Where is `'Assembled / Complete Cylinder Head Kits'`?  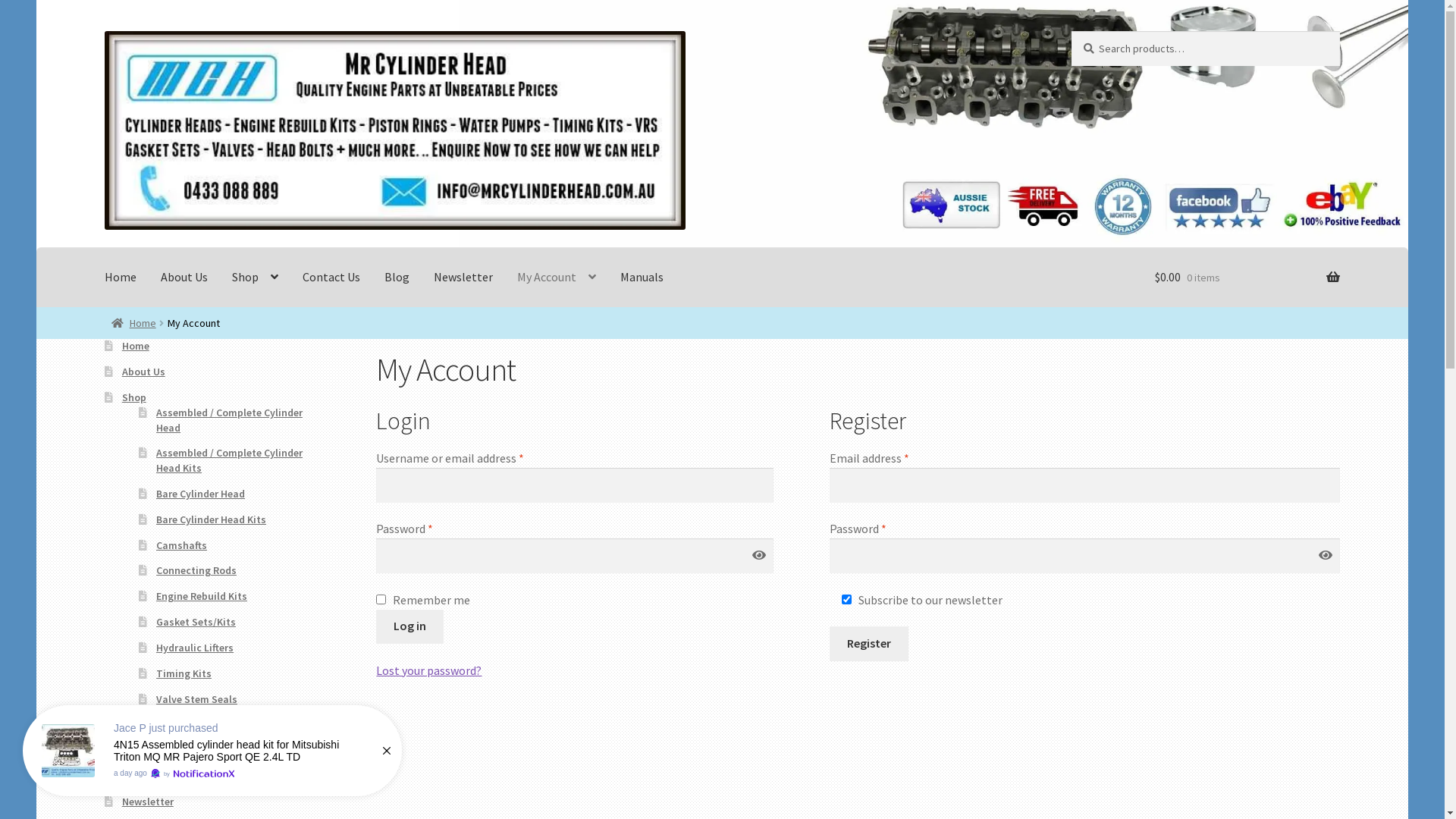 'Assembled / Complete Cylinder Head Kits' is located at coordinates (228, 459).